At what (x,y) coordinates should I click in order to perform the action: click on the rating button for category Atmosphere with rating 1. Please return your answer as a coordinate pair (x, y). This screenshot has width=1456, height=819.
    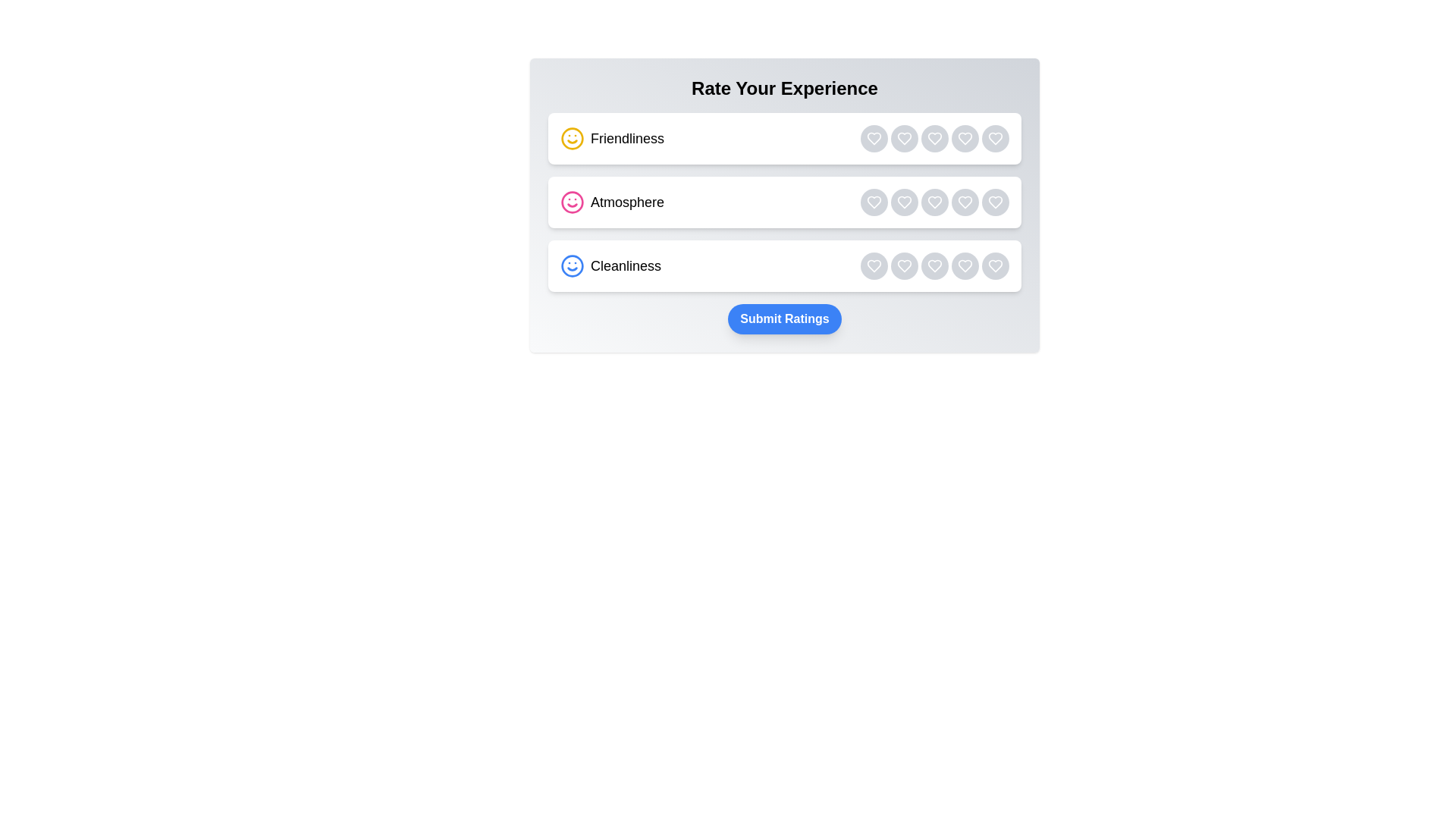
    Looking at the image, I should click on (874, 201).